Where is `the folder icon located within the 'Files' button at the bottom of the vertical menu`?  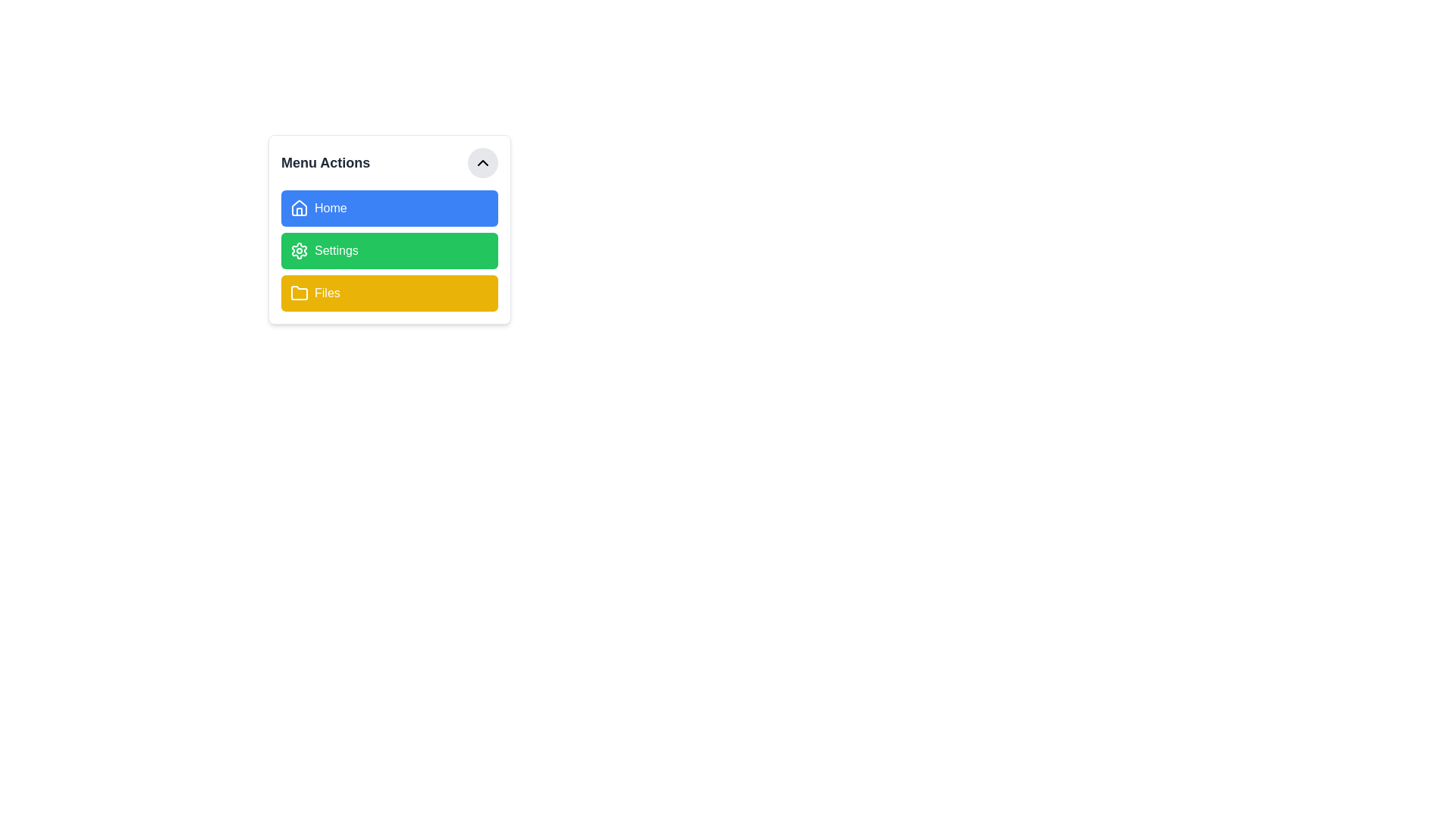
the folder icon located within the 'Files' button at the bottom of the vertical menu is located at coordinates (299, 293).